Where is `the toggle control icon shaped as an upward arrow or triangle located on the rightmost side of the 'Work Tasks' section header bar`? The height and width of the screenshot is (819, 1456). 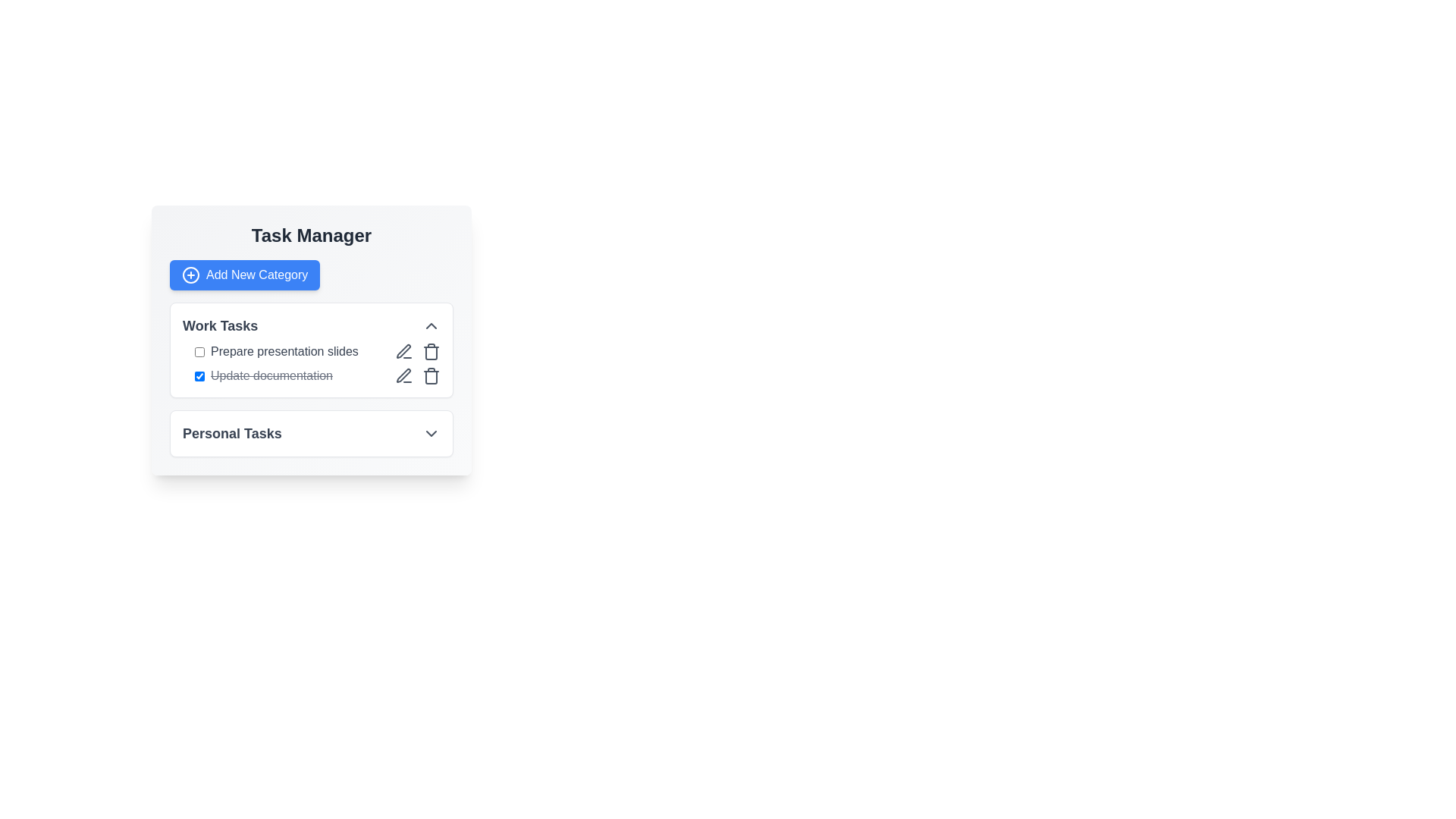
the toggle control icon shaped as an upward arrow or triangle located on the rightmost side of the 'Work Tasks' section header bar is located at coordinates (431, 325).